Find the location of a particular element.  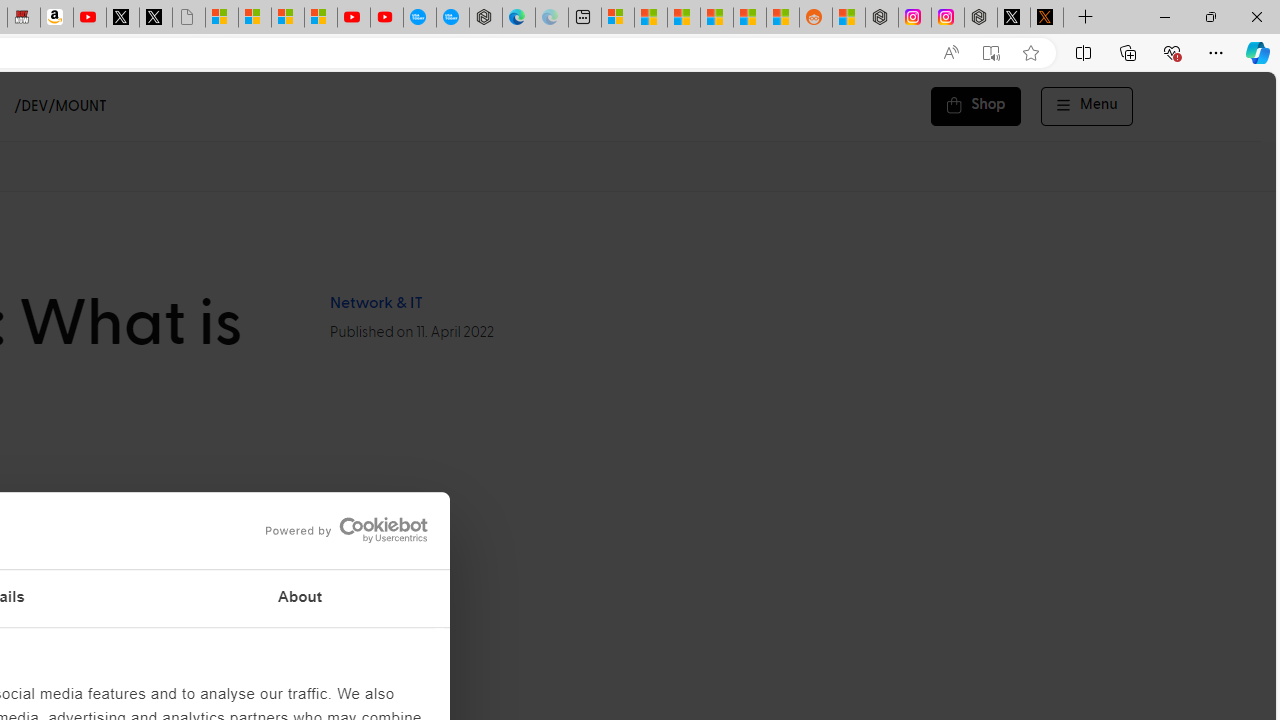

'Nordace - Nordace has arrived Hong Kong' is located at coordinates (485, 17).